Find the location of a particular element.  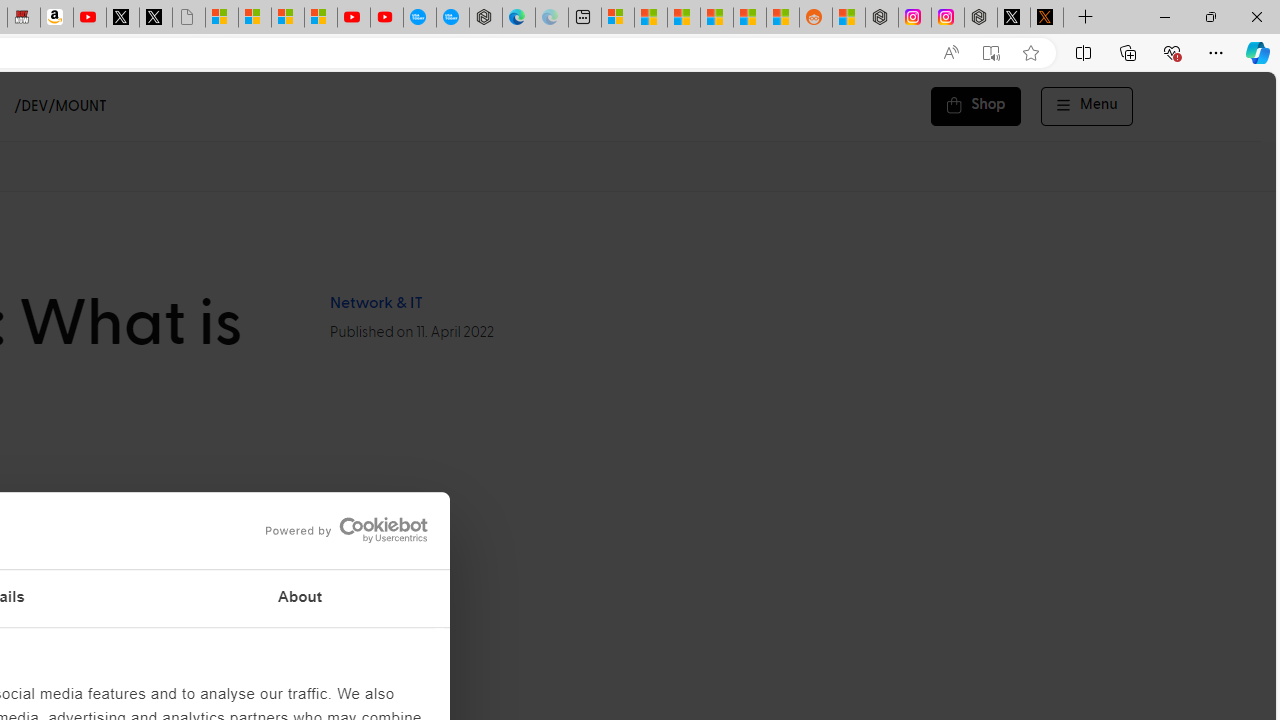

'Nordace - Nordace has arrived Hong Kong' is located at coordinates (485, 17).